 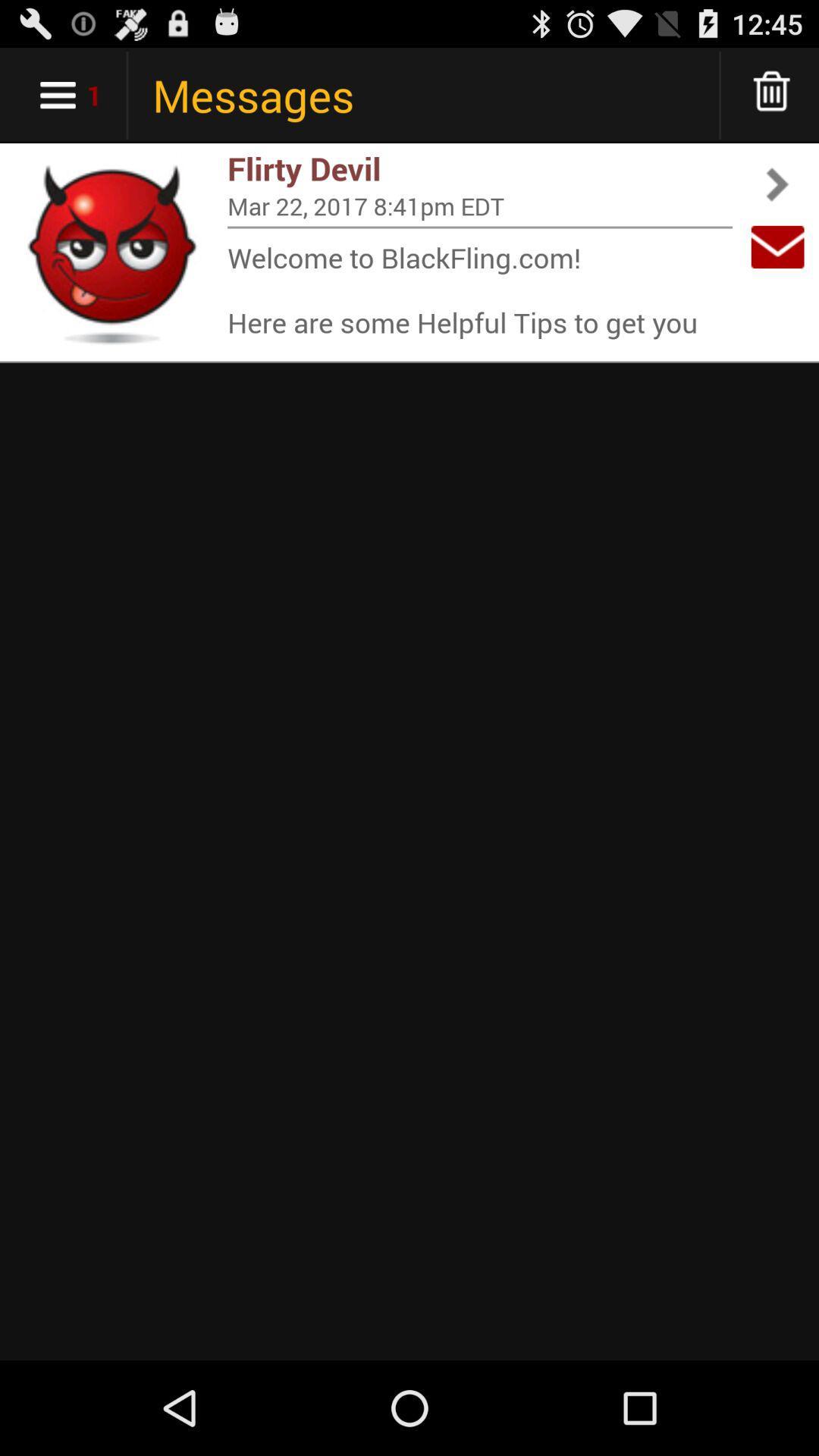 I want to click on item to the right of mar 22 2017 item, so click(x=777, y=246).